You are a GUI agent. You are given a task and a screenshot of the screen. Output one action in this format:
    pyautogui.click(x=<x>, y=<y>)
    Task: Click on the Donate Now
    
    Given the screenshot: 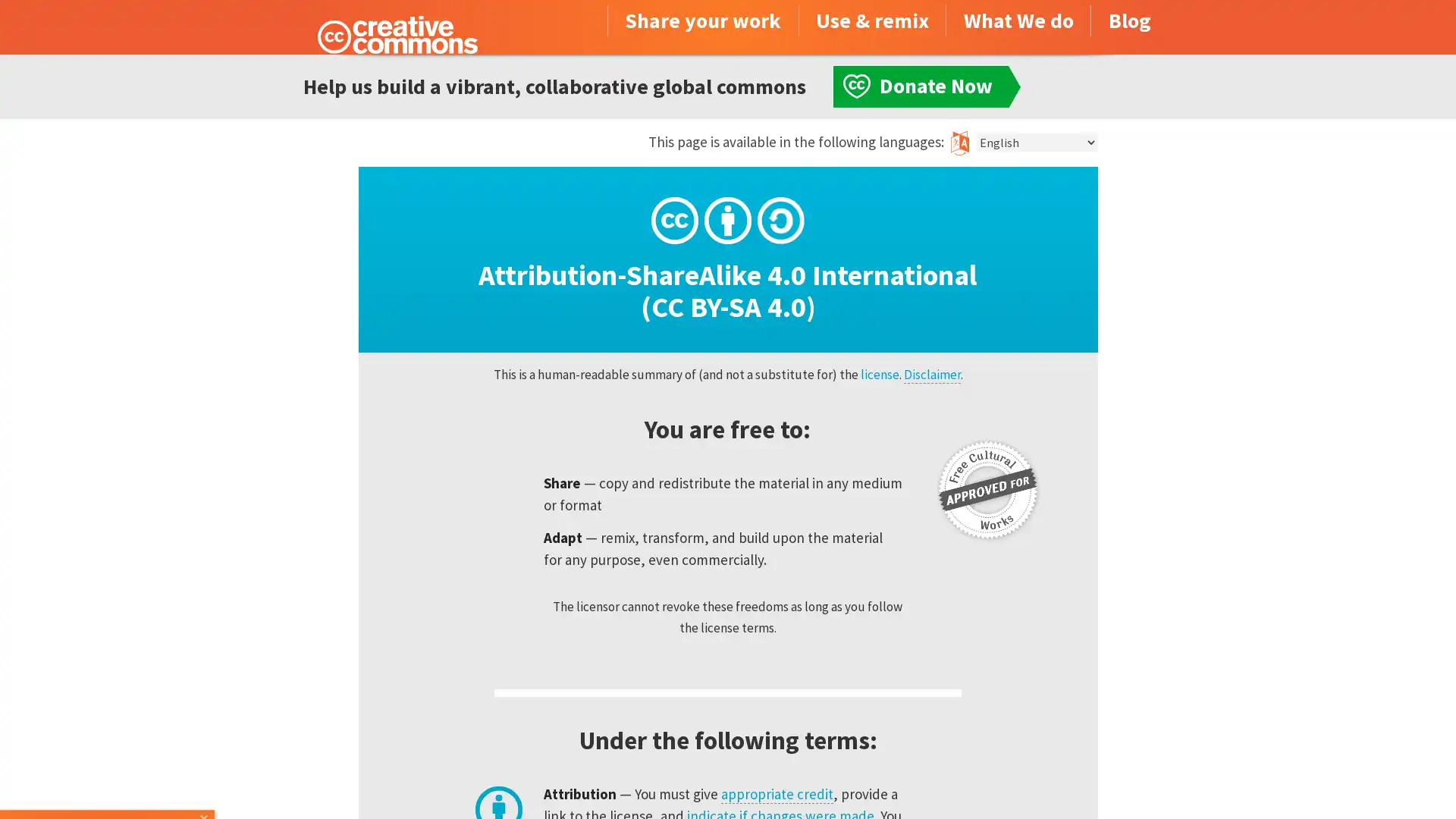 What is the action you would take?
    pyautogui.click(x=108, y=778)
    